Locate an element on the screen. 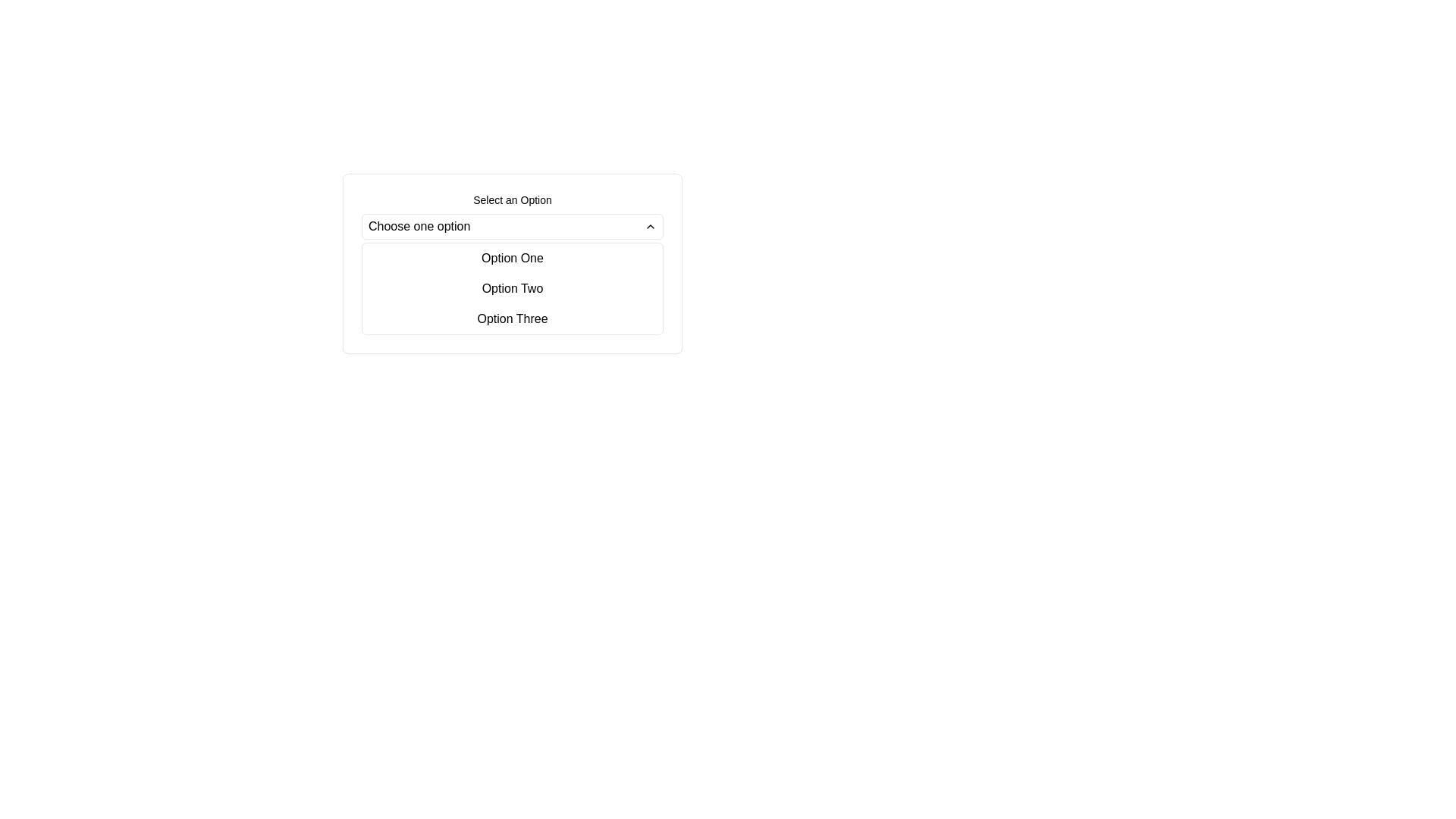 The height and width of the screenshot is (819, 1456). the first option in the dropdown menu located below the 'Choose one option' label is located at coordinates (513, 257).